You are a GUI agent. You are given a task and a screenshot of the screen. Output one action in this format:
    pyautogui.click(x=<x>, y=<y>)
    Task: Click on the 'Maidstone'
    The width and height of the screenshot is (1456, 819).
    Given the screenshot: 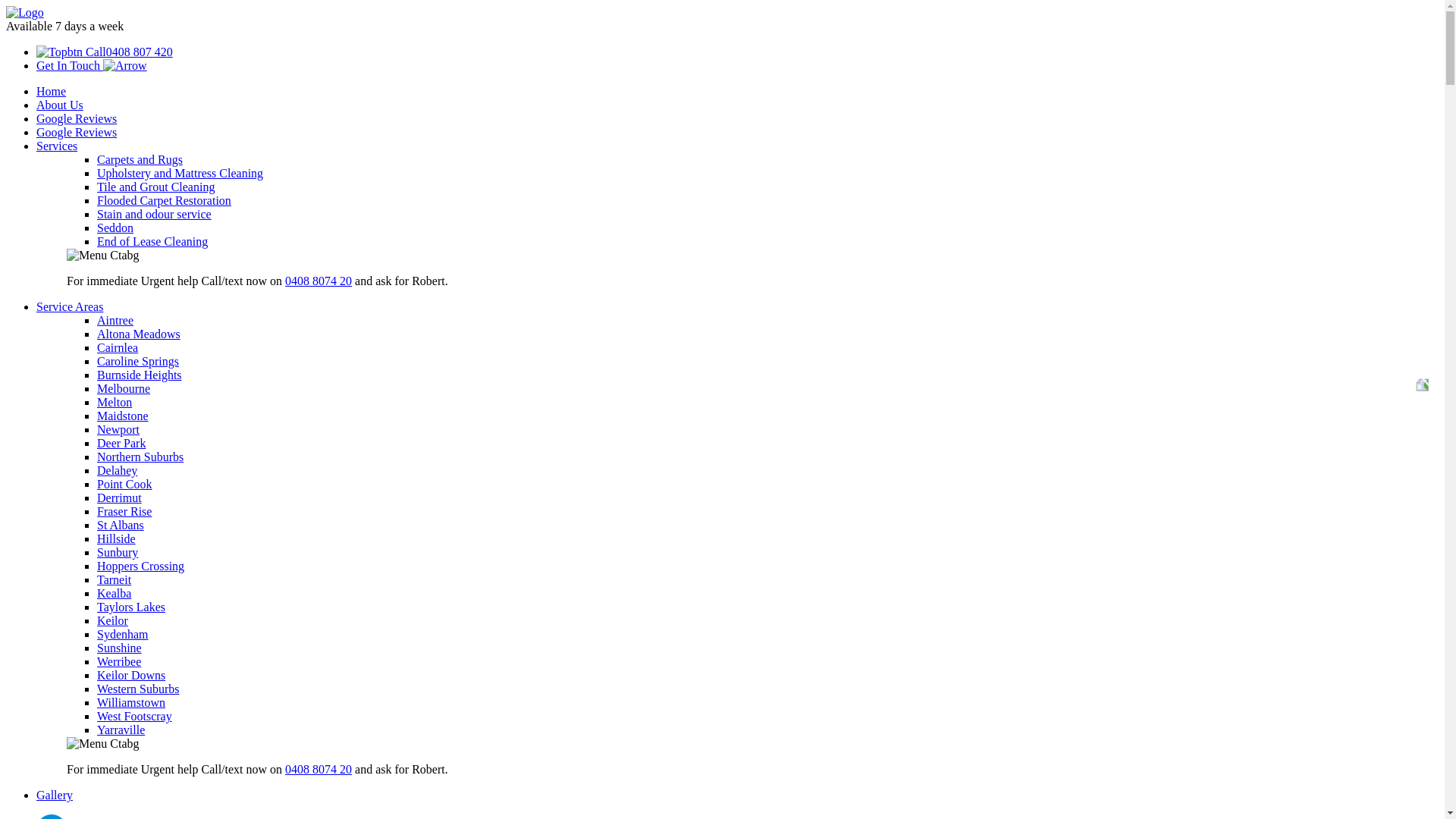 What is the action you would take?
    pyautogui.click(x=123, y=416)
    